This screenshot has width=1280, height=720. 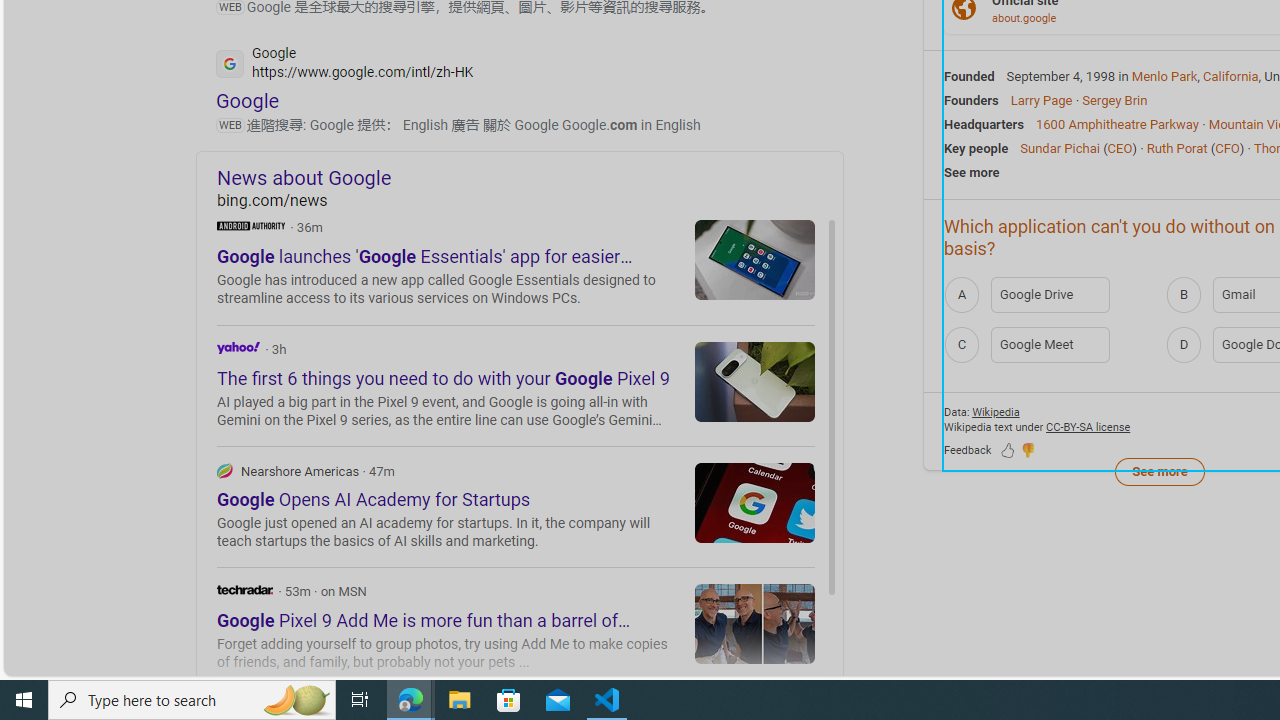 What do you see at coordinates (410, 698) in the screenshot?
I see `'Microsoft Edge - 2 running windows'` at bounding box center [410, 698].